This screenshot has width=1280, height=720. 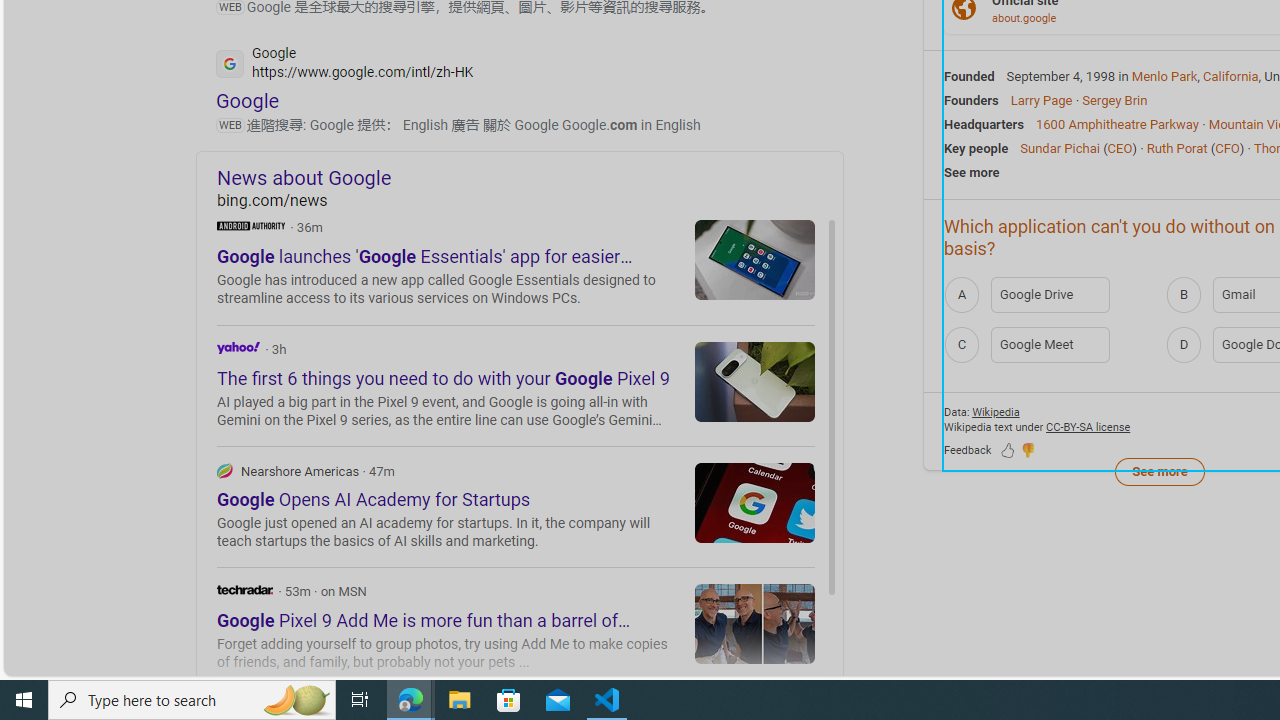 What do you see at coordinates (410, 698) in the screenshot?
I see `'Microsoft Edge - 2 running windows'` at bounding box center [410, 698].